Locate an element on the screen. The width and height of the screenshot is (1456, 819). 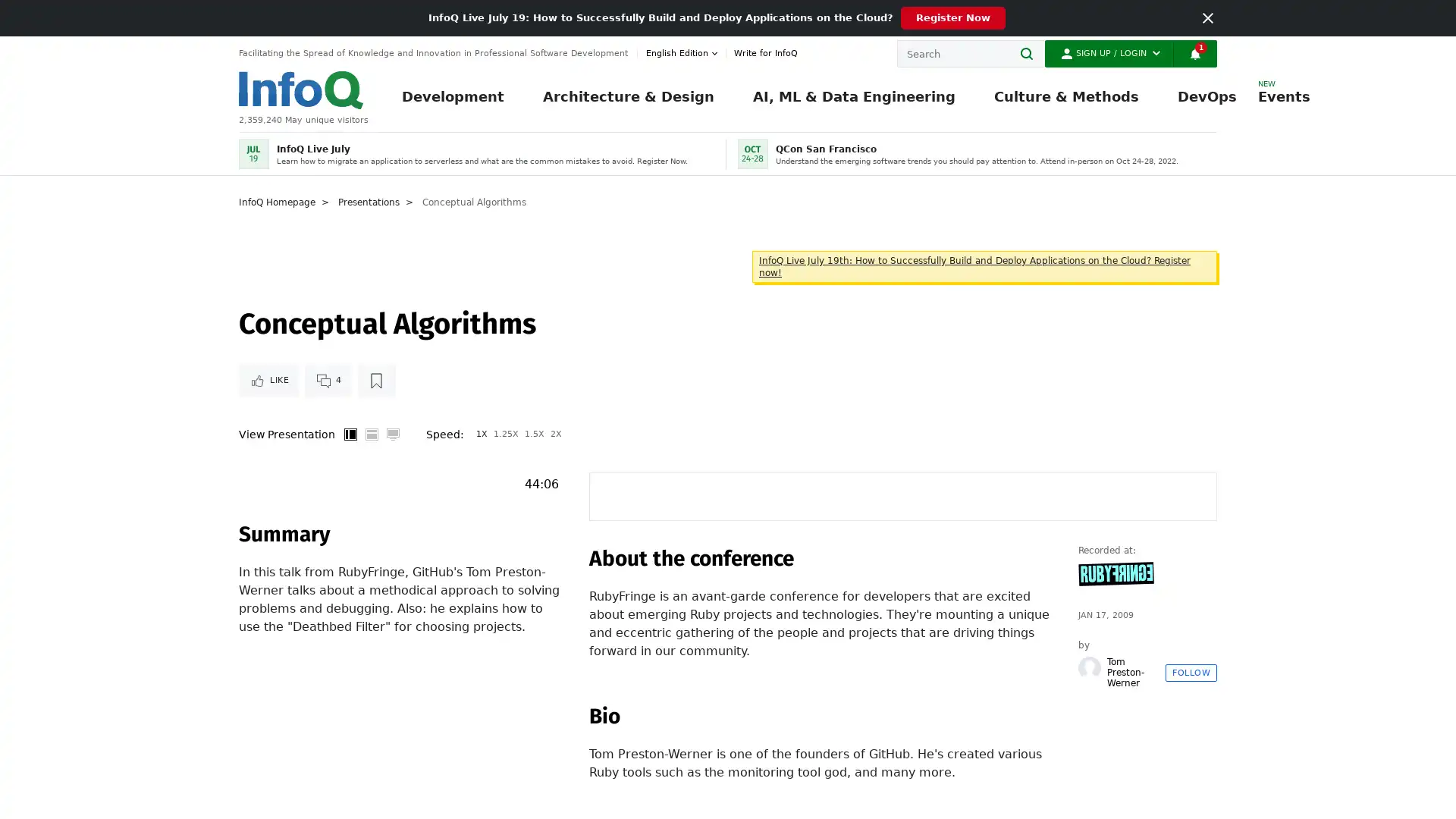
Read later is located at coordinates (375, 379).